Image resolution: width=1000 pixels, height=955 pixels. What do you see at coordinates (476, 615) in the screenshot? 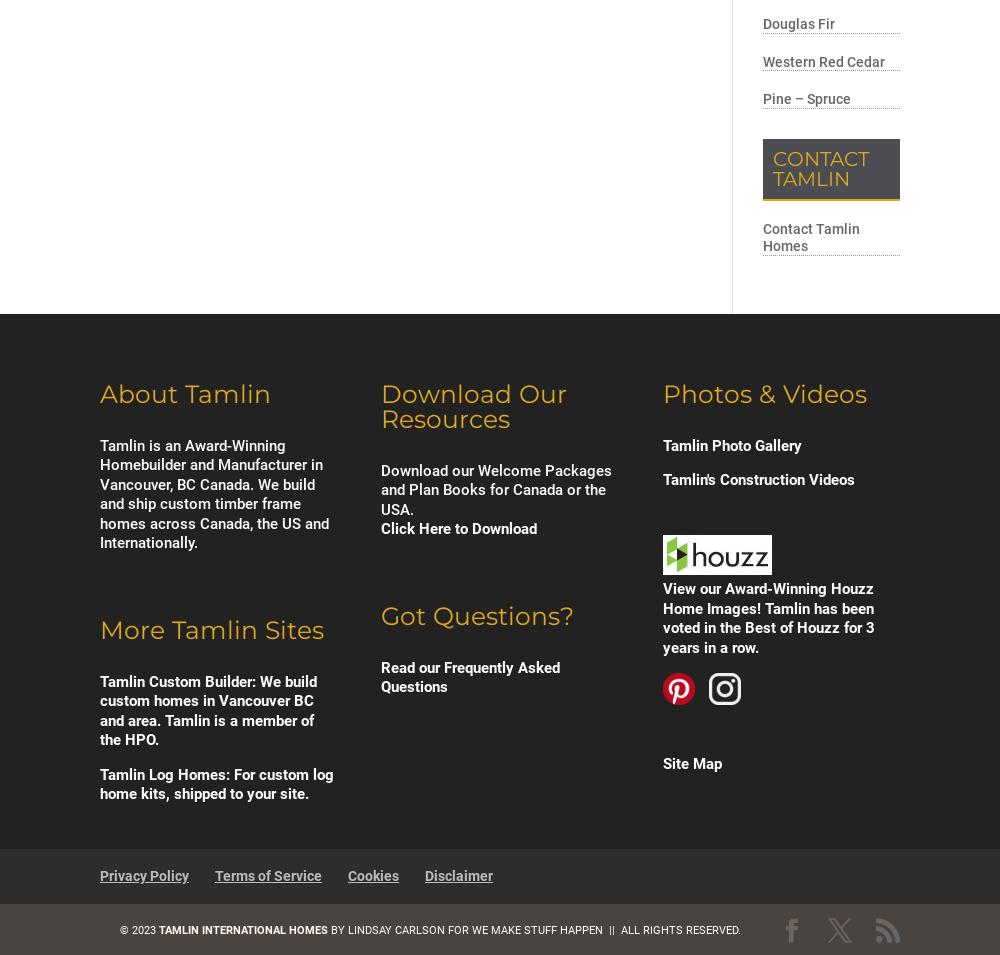
I see `'Got Questions?'` at bounding box center [476, 615].